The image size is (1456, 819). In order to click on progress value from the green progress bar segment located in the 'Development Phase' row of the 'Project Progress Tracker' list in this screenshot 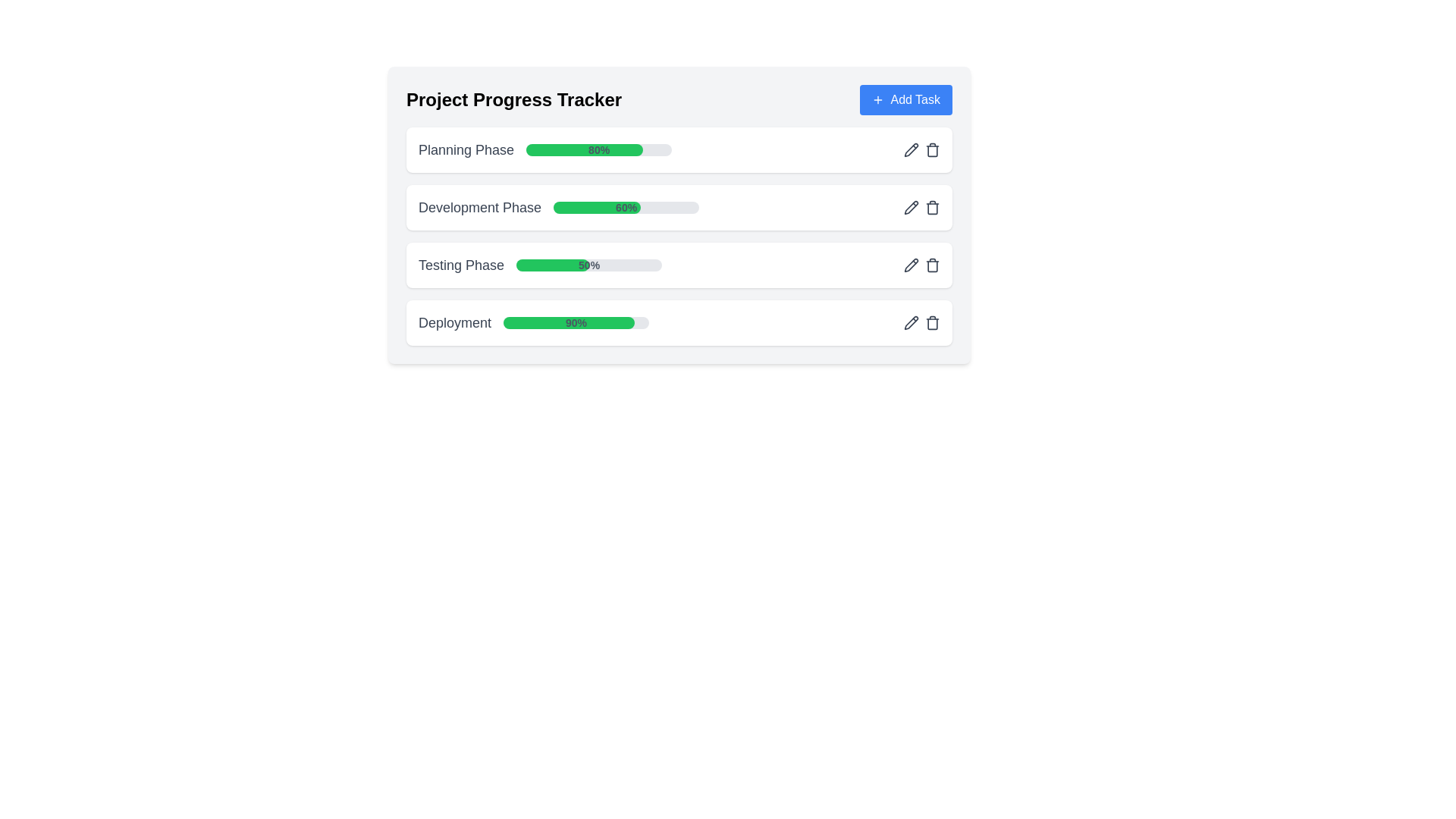, I will do `click(596, 207)`.